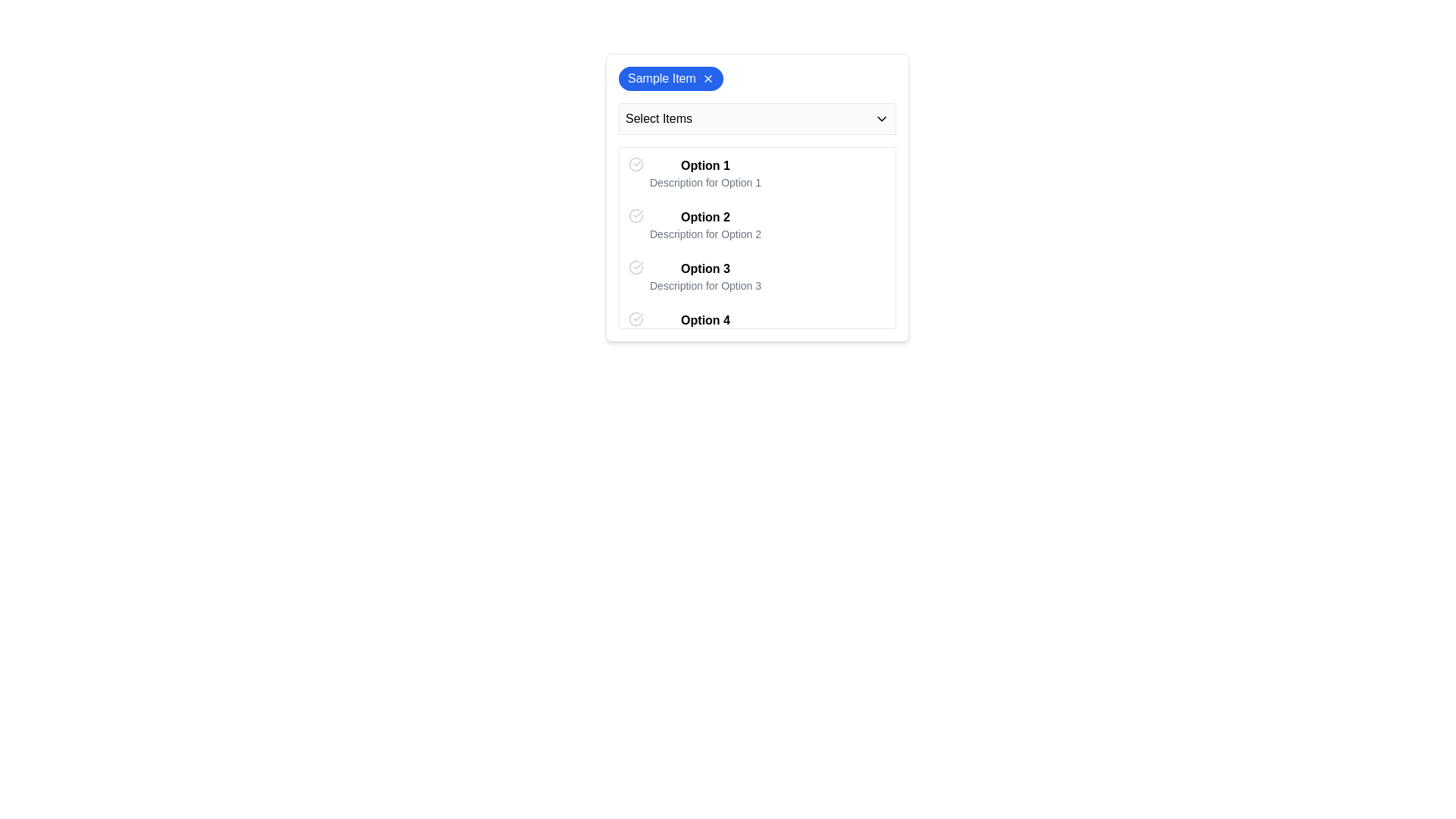 Image resolution: width=1456 pixels, height=819 pixels. I want to click on the selection icon for 'Option 2' located to the left of the text within the dropdown-style menu, so click(636, 216).